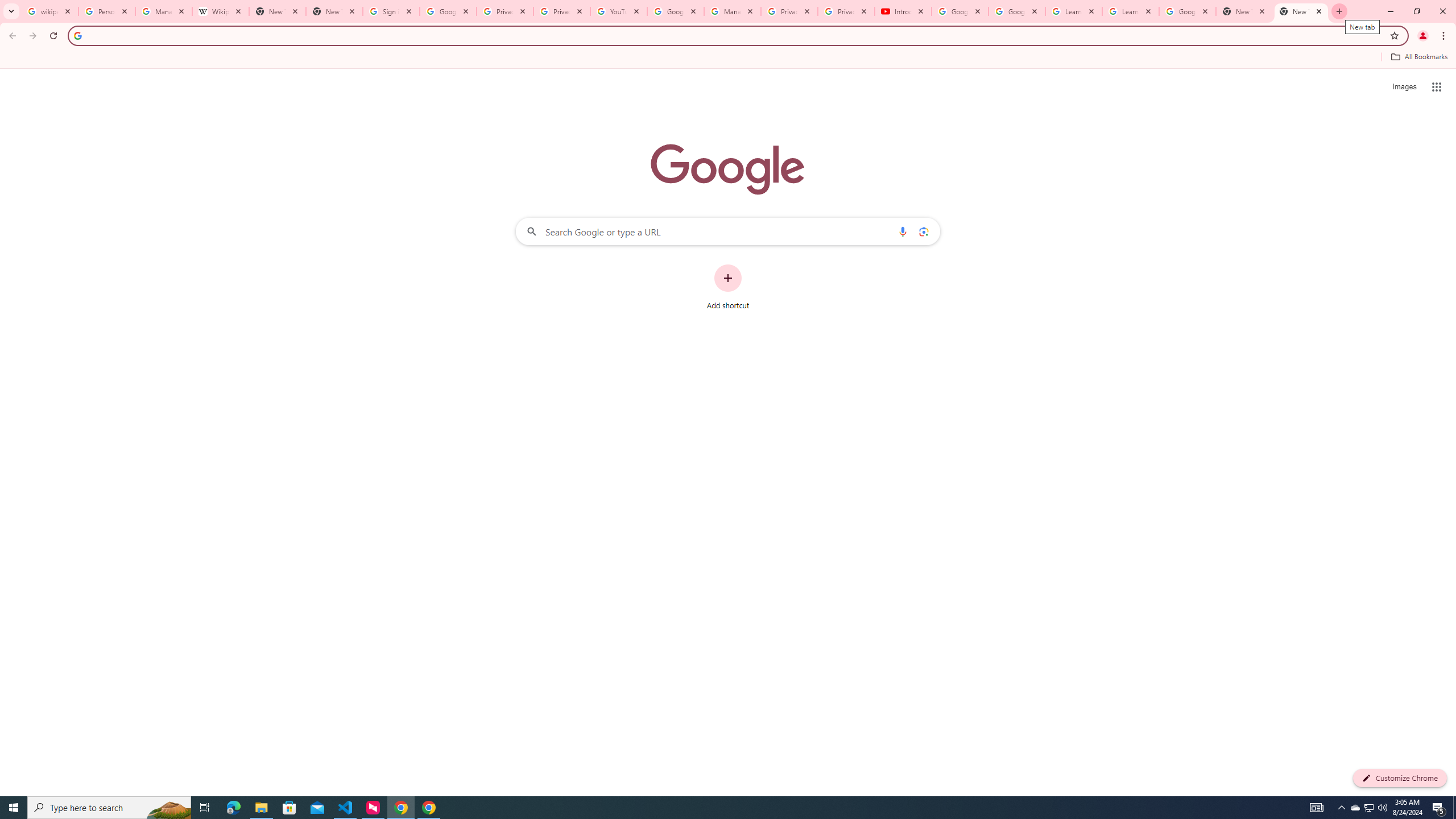 The height and width of the screenshot is (819, 1456). Describe the element at coordinates (391, 11) in the screenshot. I see `'Sign in - Google Accounts'` at that location.